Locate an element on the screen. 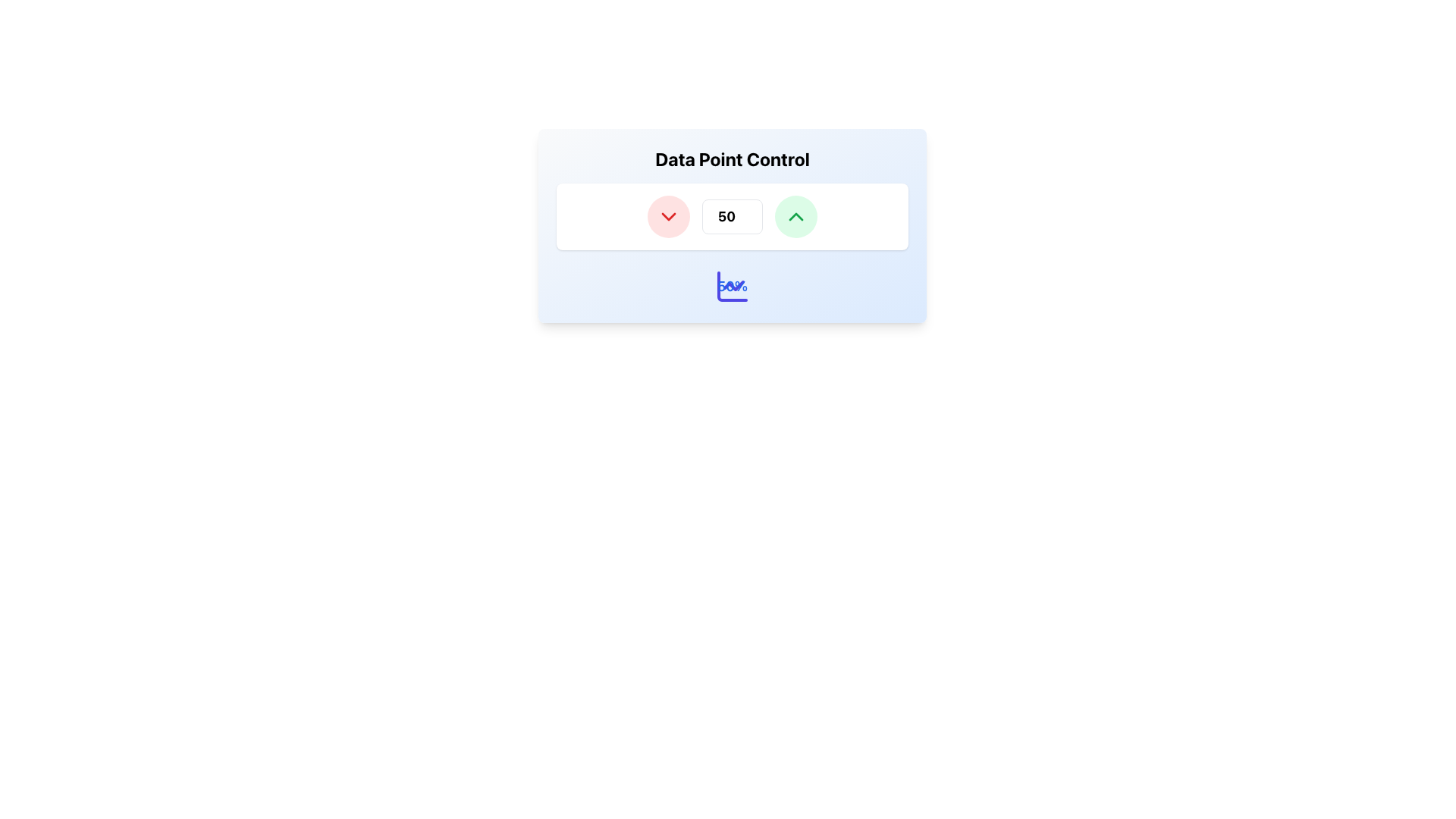  the control button that increases the numeric value displayed in the adjacent text input field is located at coordinates (795, 216).